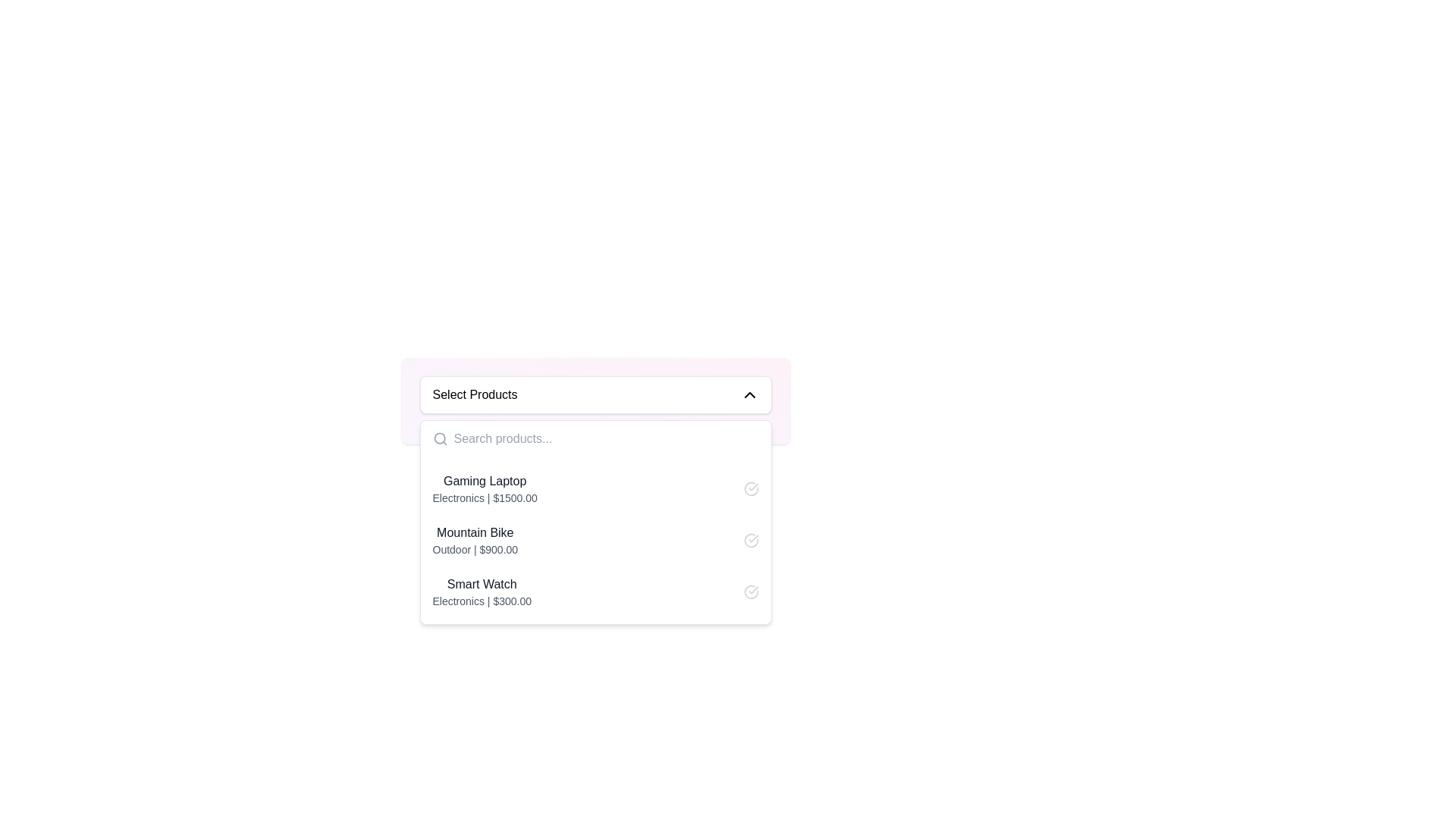 Image resolution: width=1456 pixels, height=819 pixels. I want to click on the text label 'Mountain Bike' in the dropdown list, which appears styled in dark gray with medium font weight, located as the second item after 'Gaming Laptop', so click(474, 532).